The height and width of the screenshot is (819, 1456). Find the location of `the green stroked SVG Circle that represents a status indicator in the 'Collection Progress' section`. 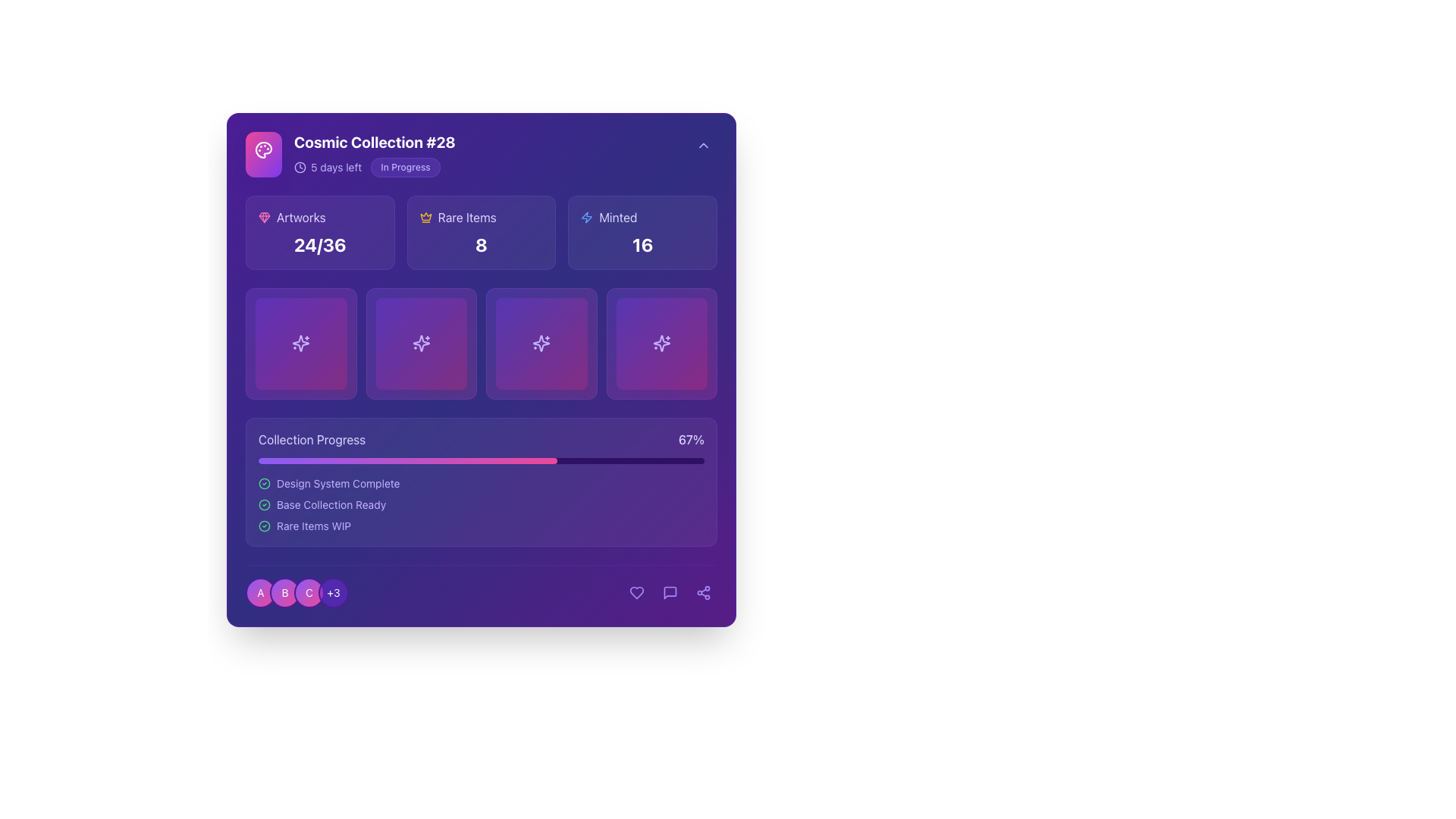

the green stroked SVG Circle that represents a status indicator in the 'Collection Progress' section is located at coordinates (265, 504).